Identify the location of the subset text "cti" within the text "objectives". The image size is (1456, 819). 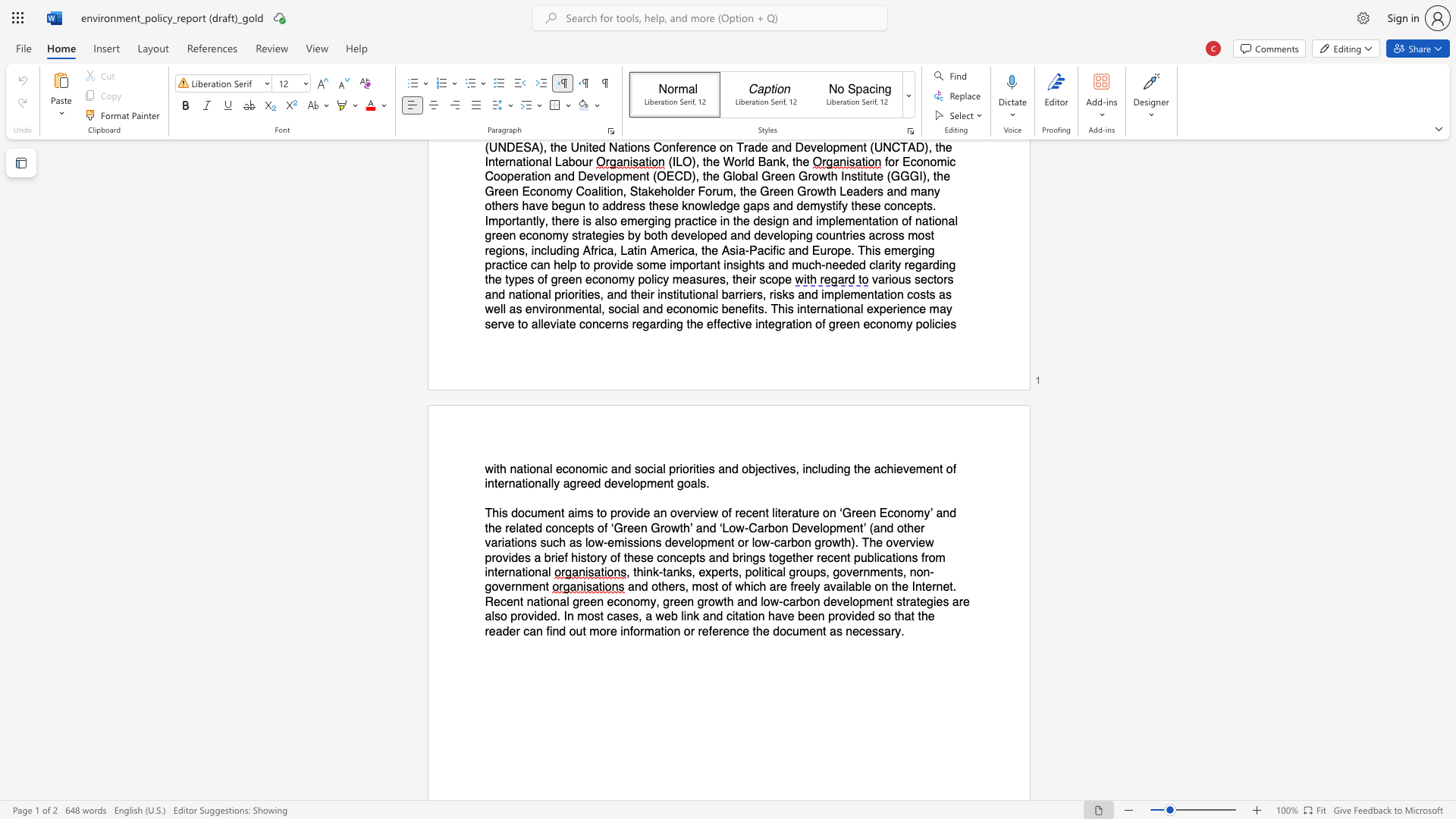
(764, 468).